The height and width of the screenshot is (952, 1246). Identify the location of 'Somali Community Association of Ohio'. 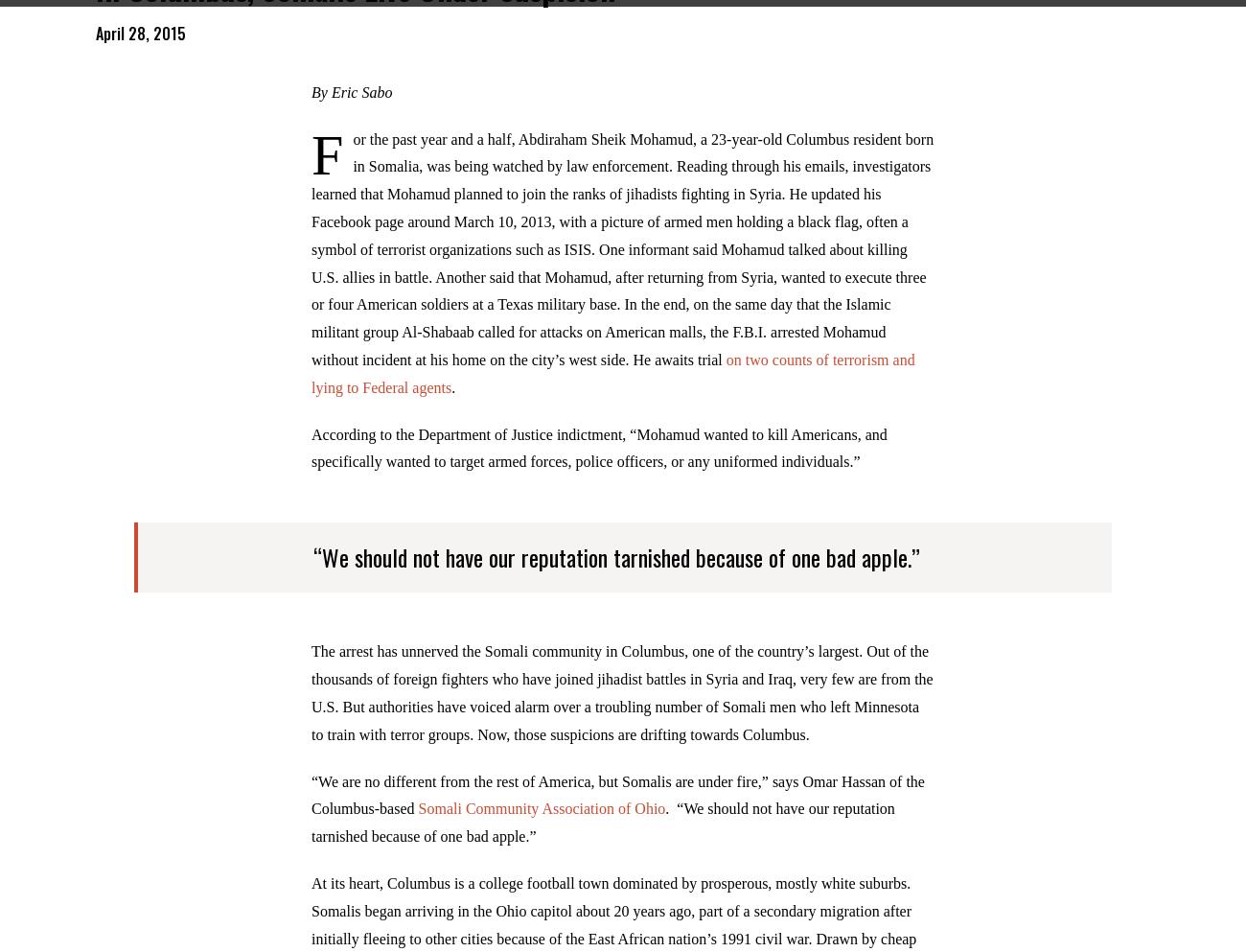
(540, 821).